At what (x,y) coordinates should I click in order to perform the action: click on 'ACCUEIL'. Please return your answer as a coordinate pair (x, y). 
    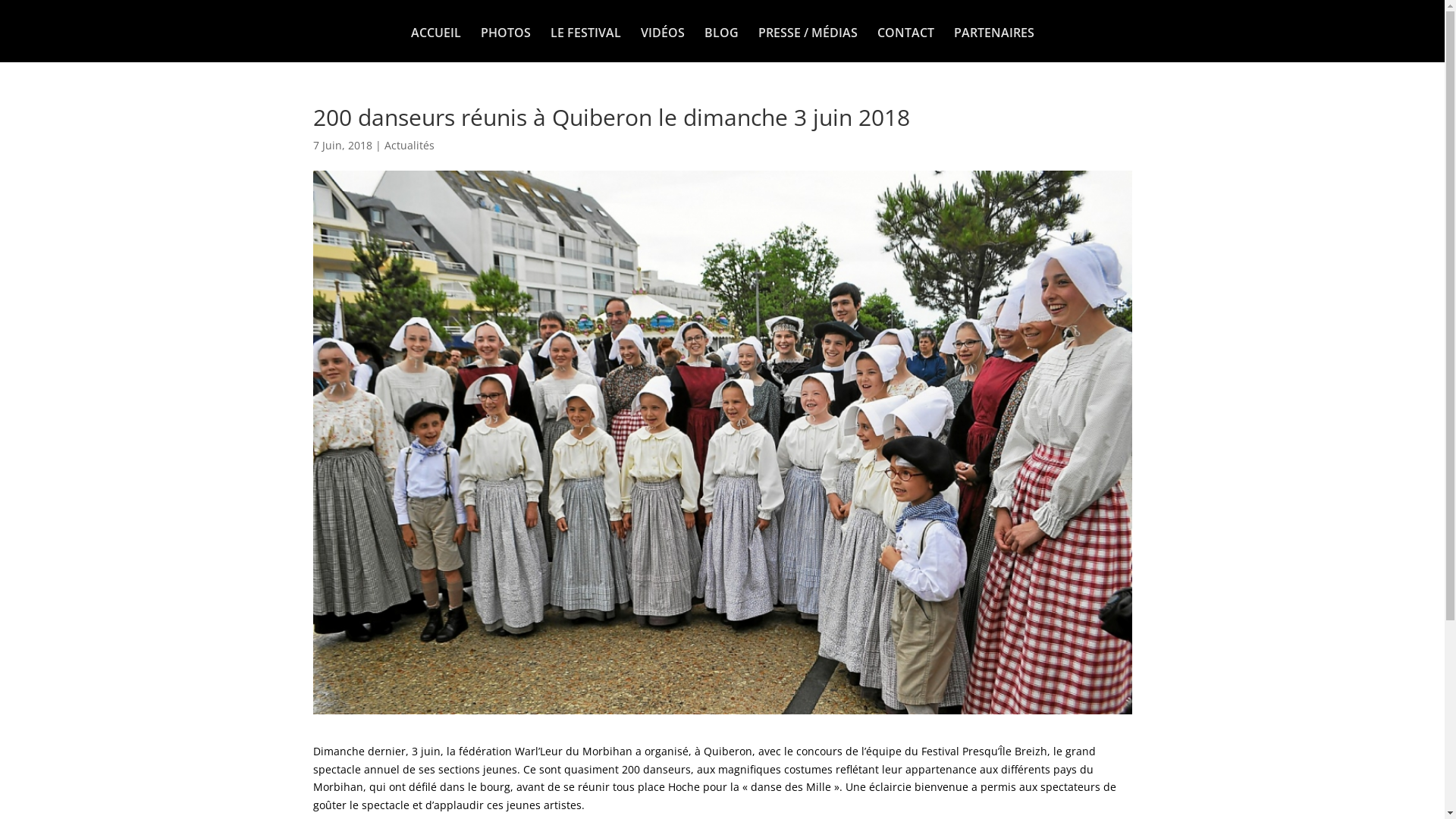
    Looking at the image, I should click on (435, 43).